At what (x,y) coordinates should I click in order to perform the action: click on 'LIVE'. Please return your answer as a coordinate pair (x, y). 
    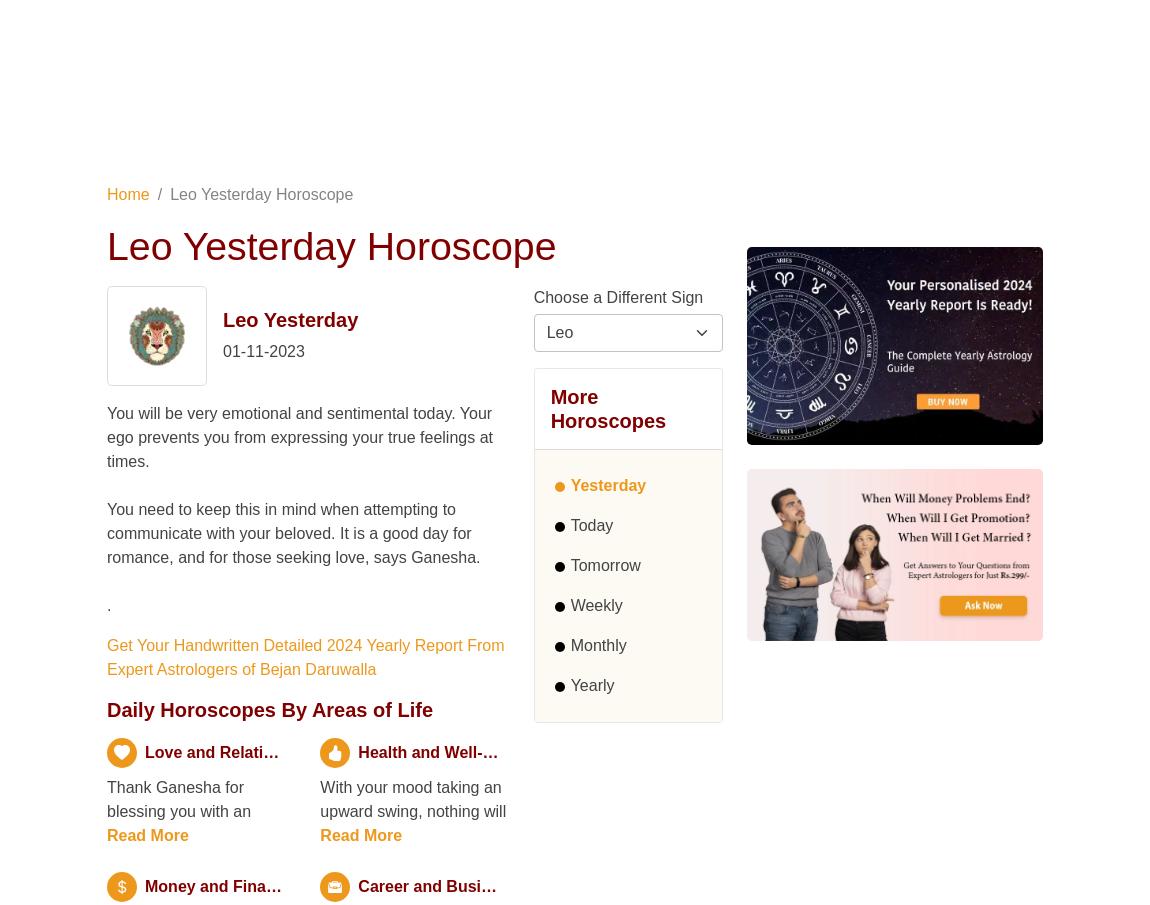
    Looking at the image, I should click on (169, 88).